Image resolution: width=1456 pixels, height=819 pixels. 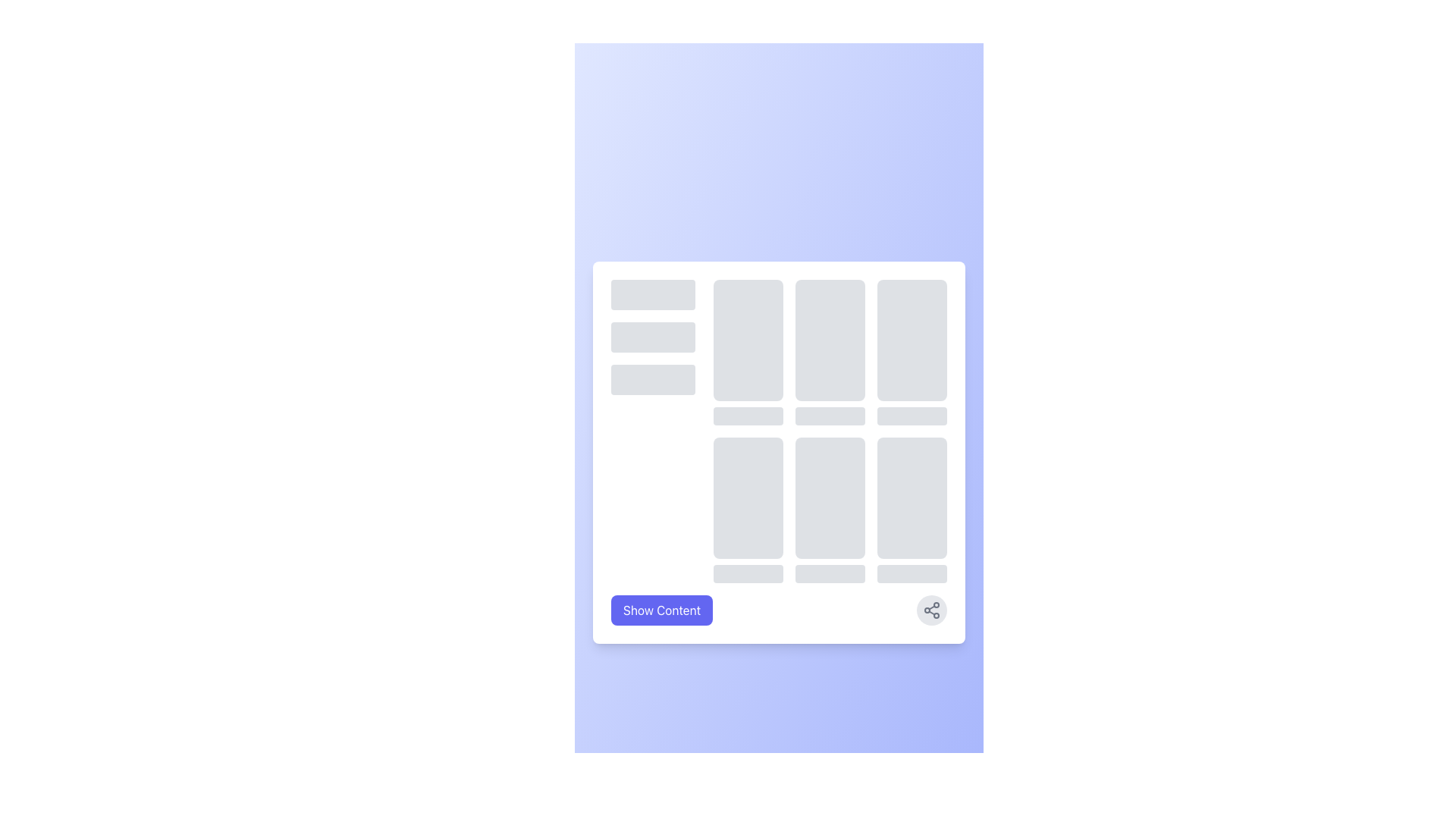 I want to click on the share icon located in the bottom right corner of the interface, so click(x=930, y=610).